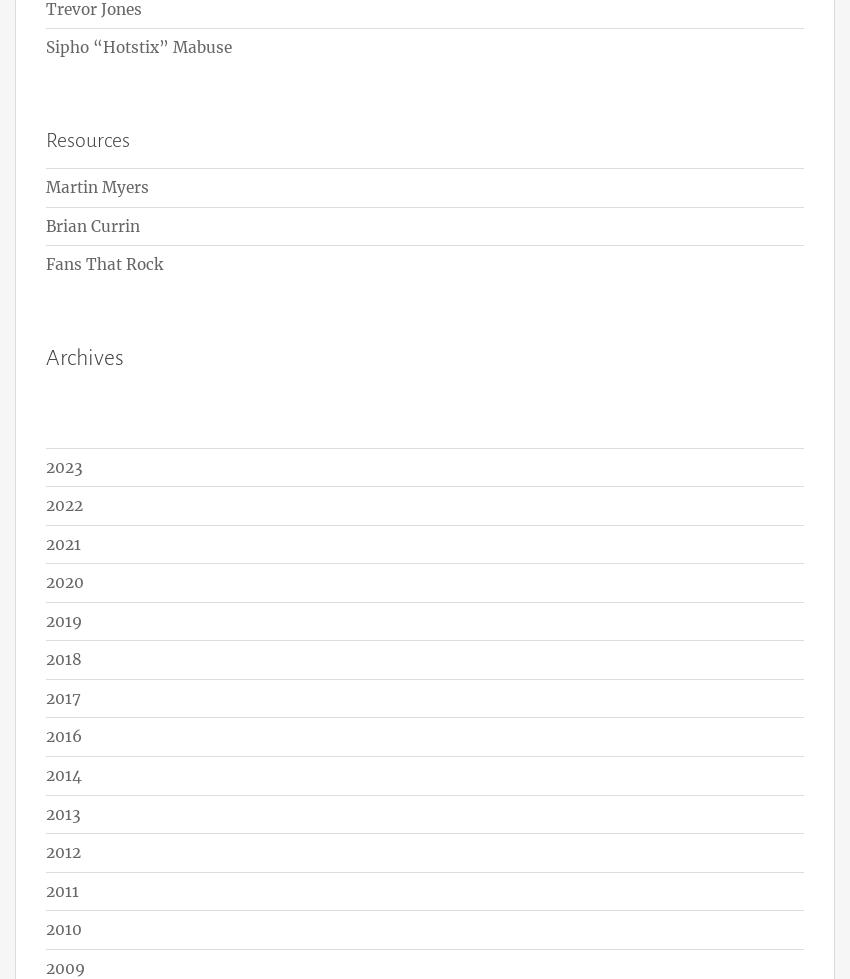  Describe the element at coordinates (85, 357) in the screenshot. I see `'Archives'` at that location.